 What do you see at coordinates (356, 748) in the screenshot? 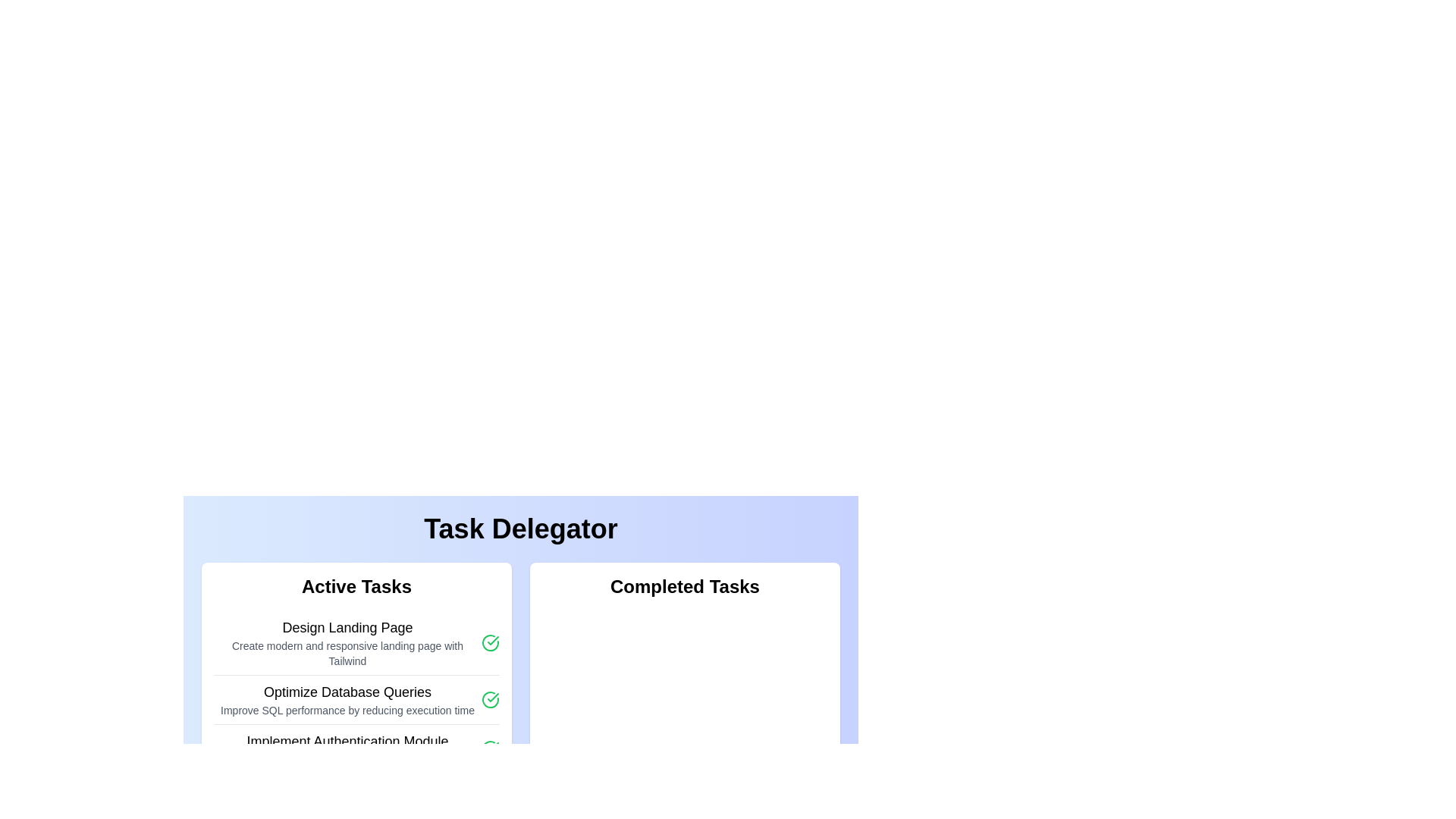
I see `the list item titled 'Implement Authentication Module'` at bounding box center [356, 748].